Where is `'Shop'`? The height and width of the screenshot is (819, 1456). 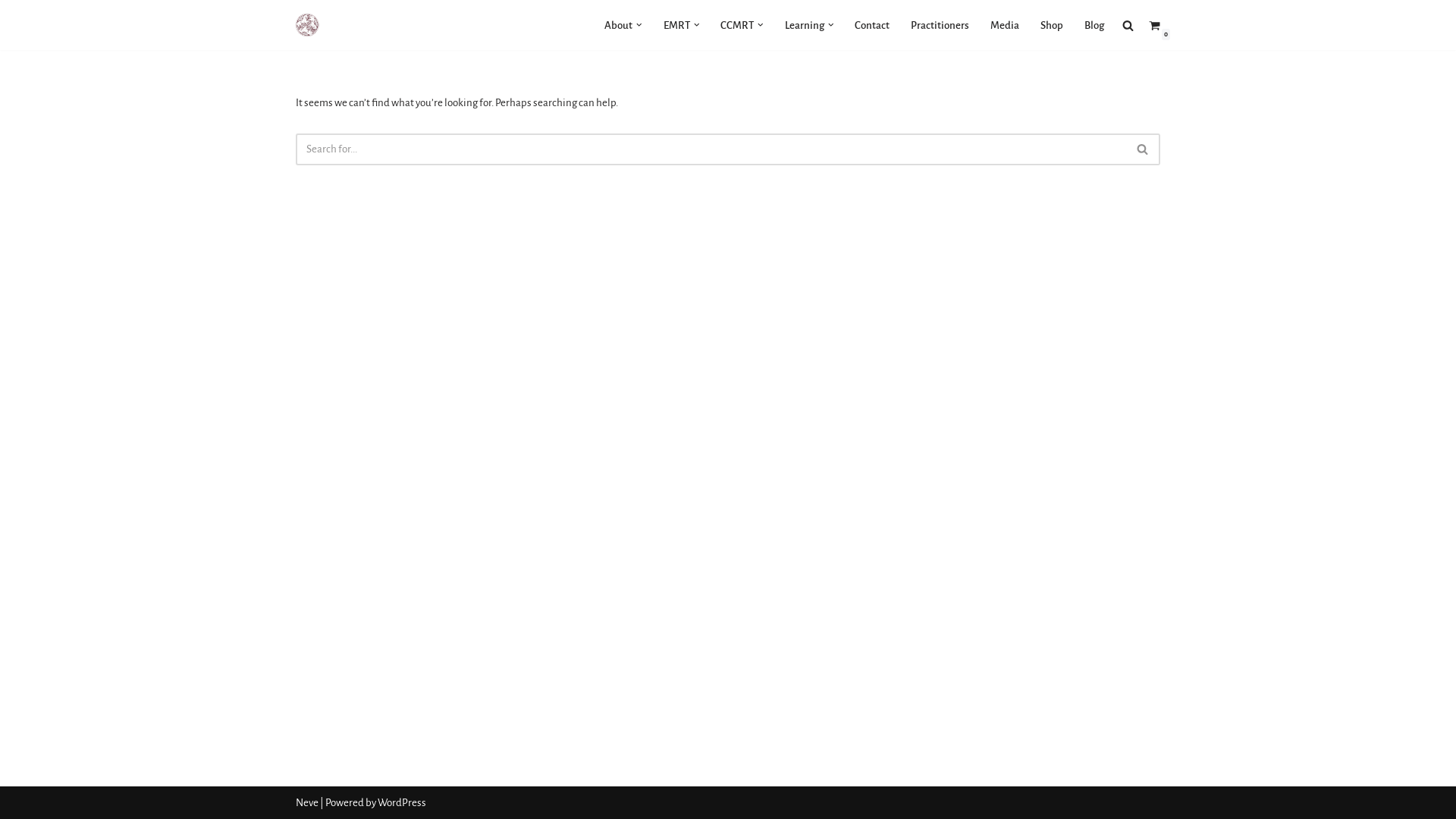 'Shop' is located at coordinates (1051, 24).